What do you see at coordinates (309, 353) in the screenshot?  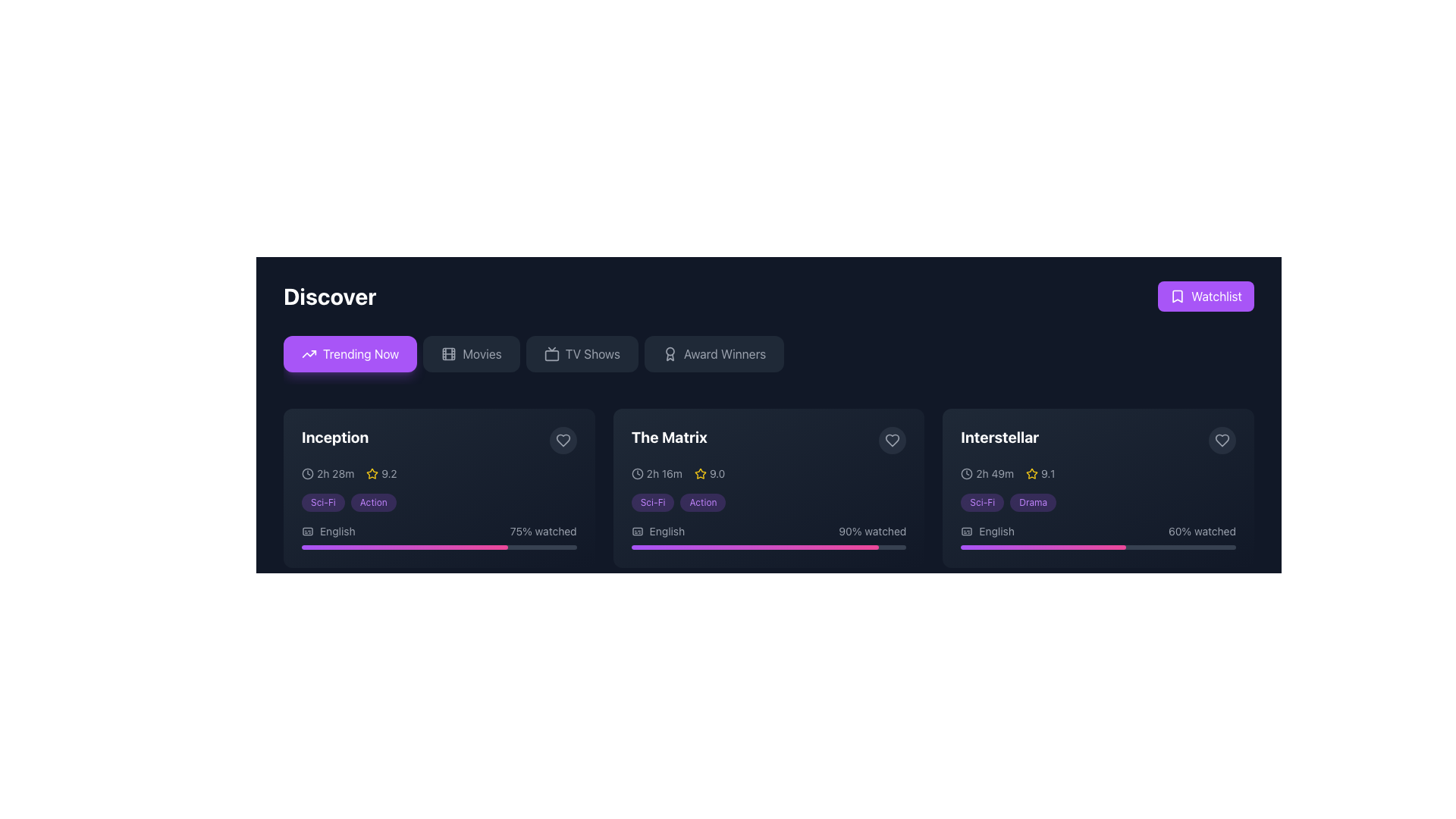 I see `the 'Trending Now' button which contains a white upward-trending arrow icon against a purple background` at bounding box center [309, 353].